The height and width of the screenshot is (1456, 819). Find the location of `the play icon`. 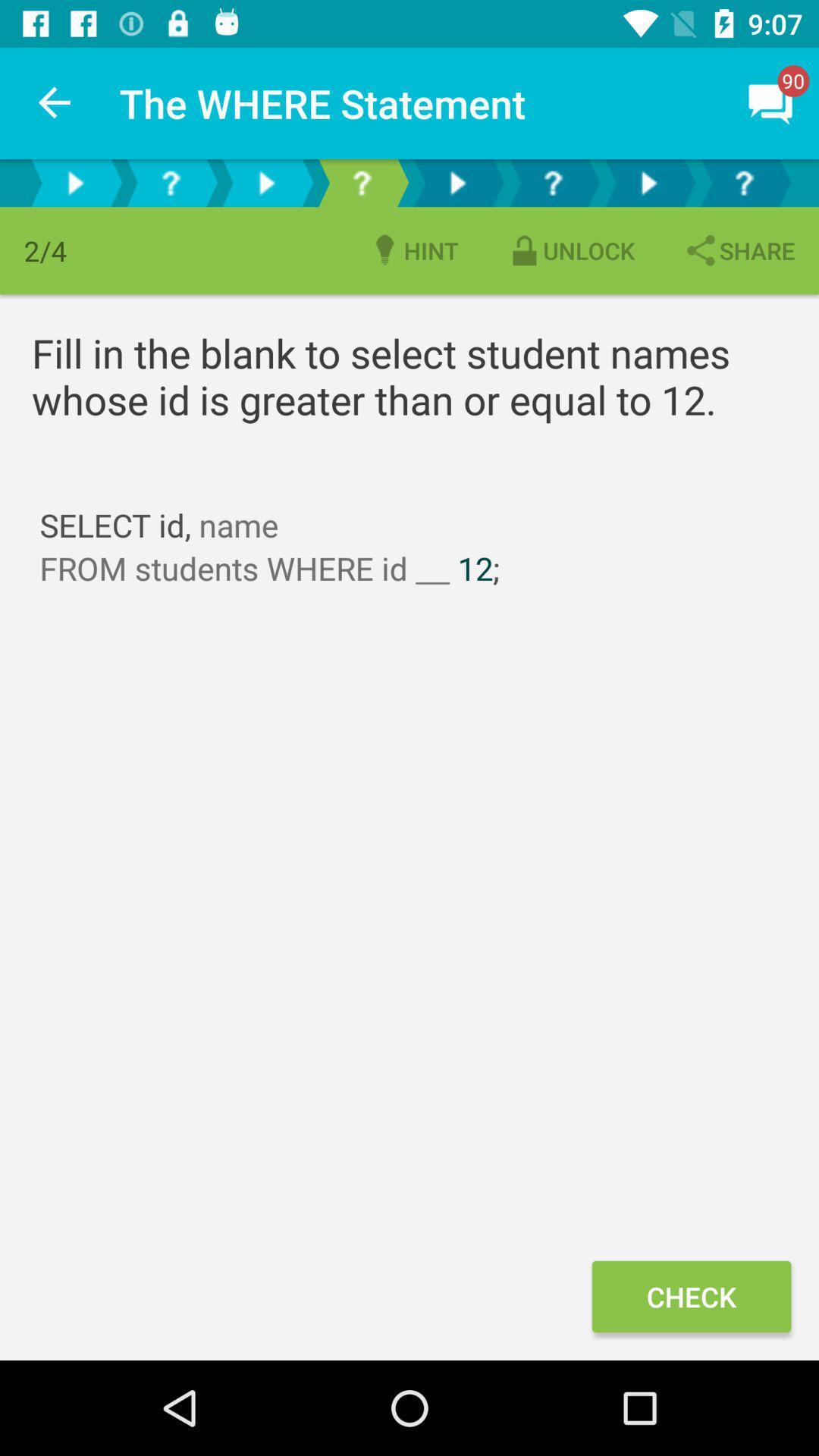

the play icon is located at coordinates (265, 182).